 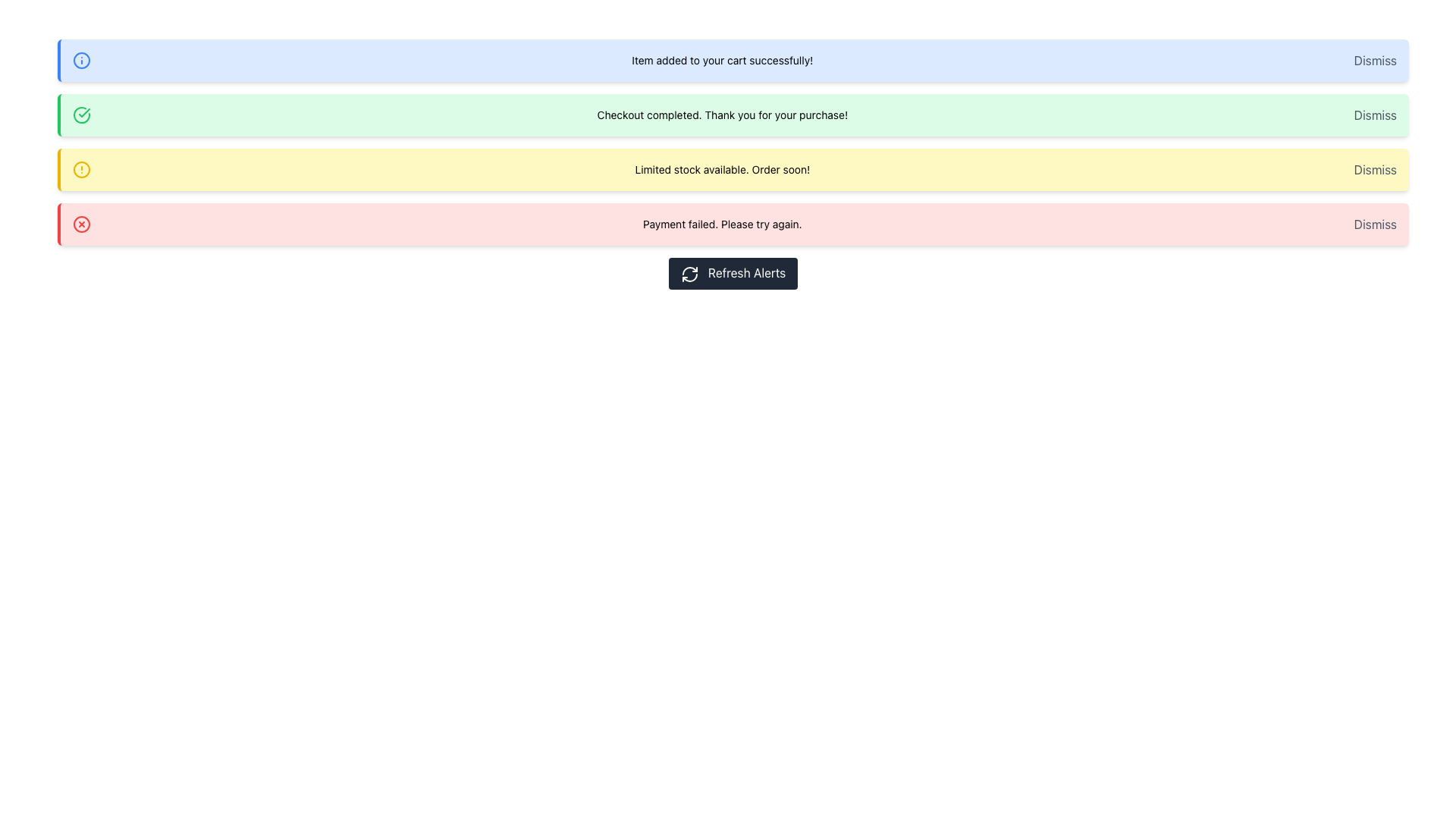 I want to click on the refresh button located below the notification banners to update the alerts, so click(x=733, y=271).